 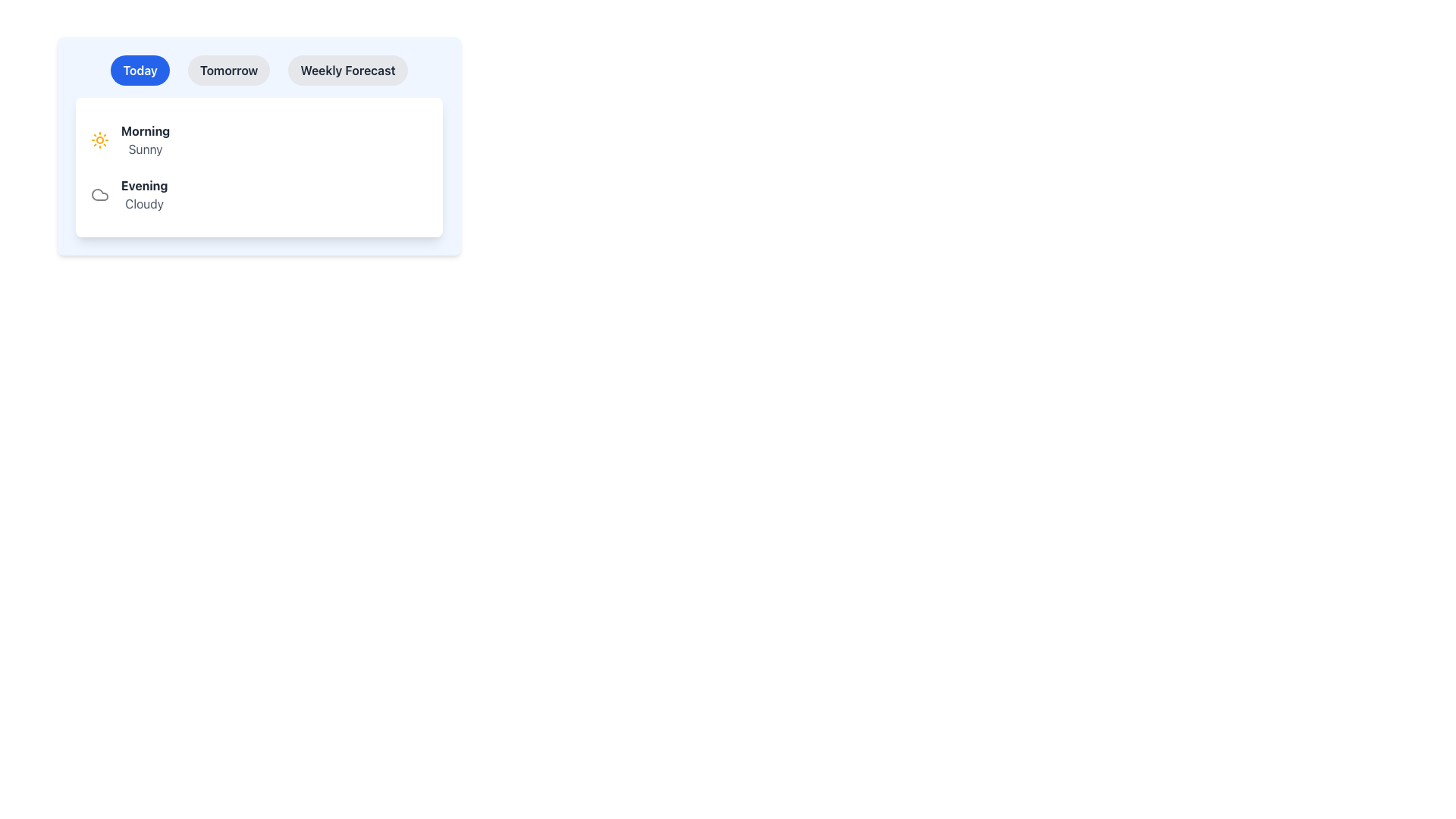 What do you see at coordinates (99, 140) in the screenshot?
I see `the sunny weather icon located in the top-left corner of the white panel representing 'Today’s' weather forecast, positioned to the left of the text labels 'Morning' and 'Sunny'` at bounding box center [99, 140].